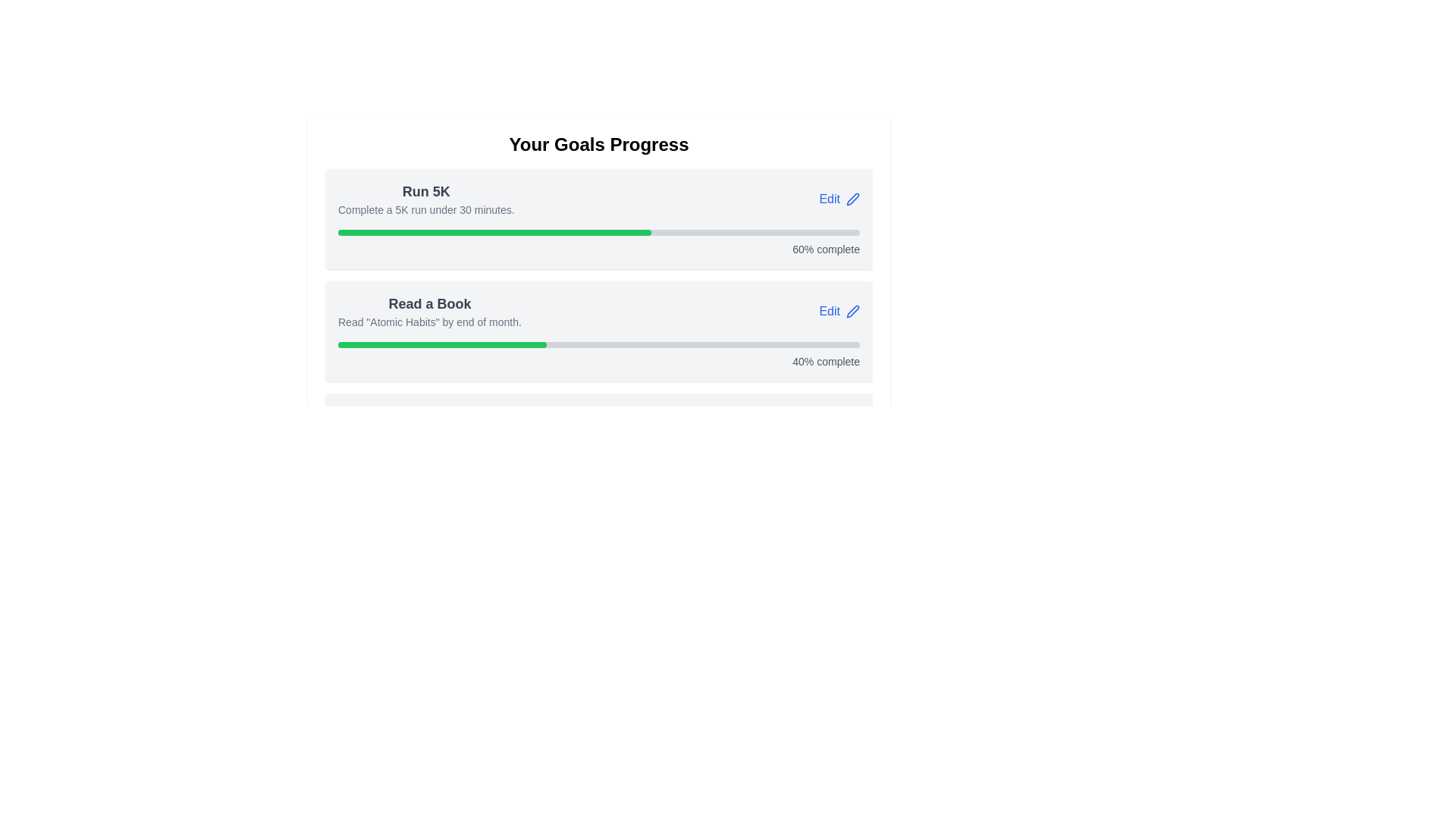  What do you see at coordinates (852, 311) in the screenshot?
I see `the minimalist pen icon located within the 'Edit' button on the right end of the 'Read a Book' progress bar` at bounding box center [852, 311].